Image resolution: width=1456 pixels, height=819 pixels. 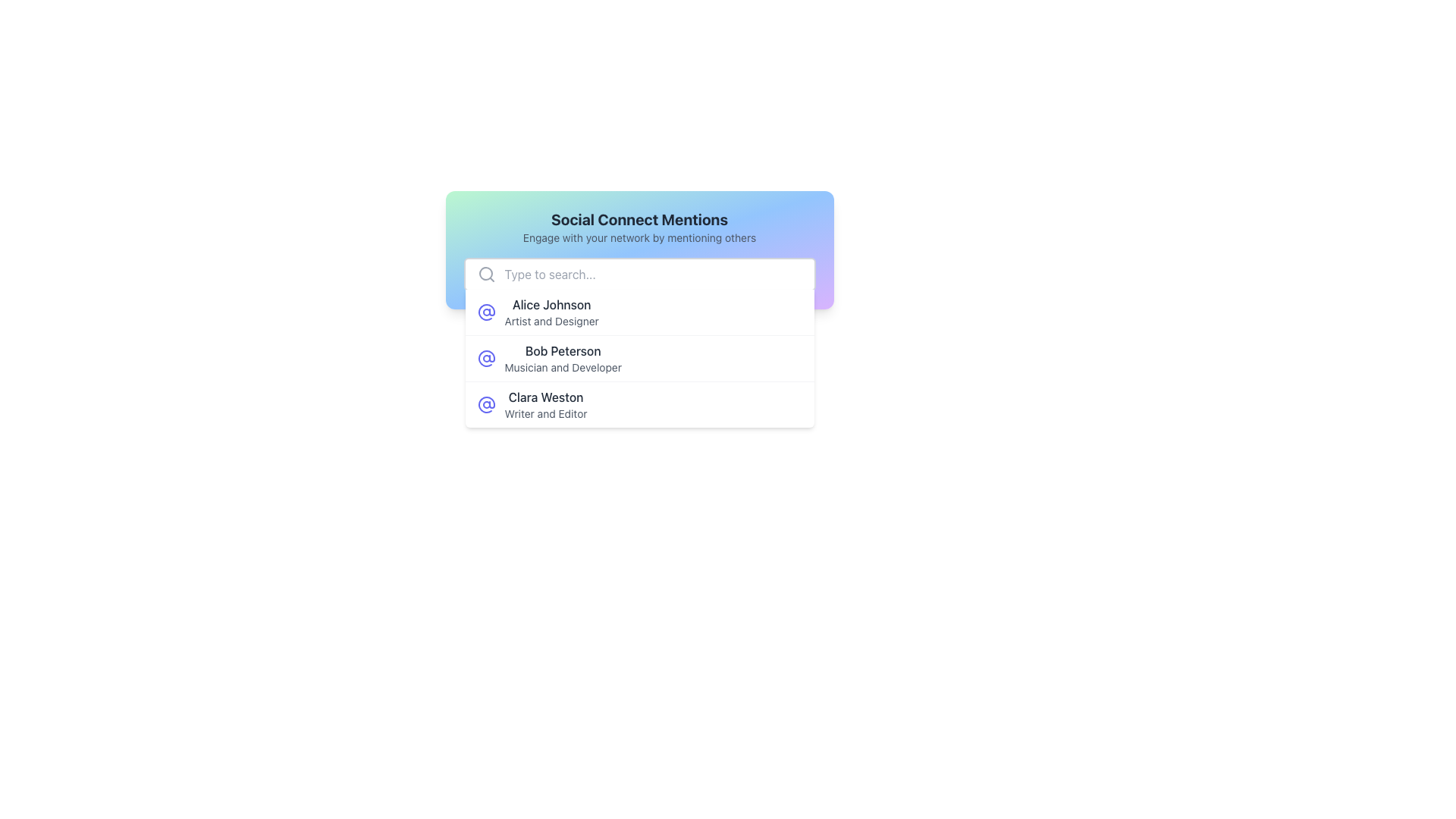 I want to click on the second list item under 'Social Connect Mentions', so click(x=639, y=359).